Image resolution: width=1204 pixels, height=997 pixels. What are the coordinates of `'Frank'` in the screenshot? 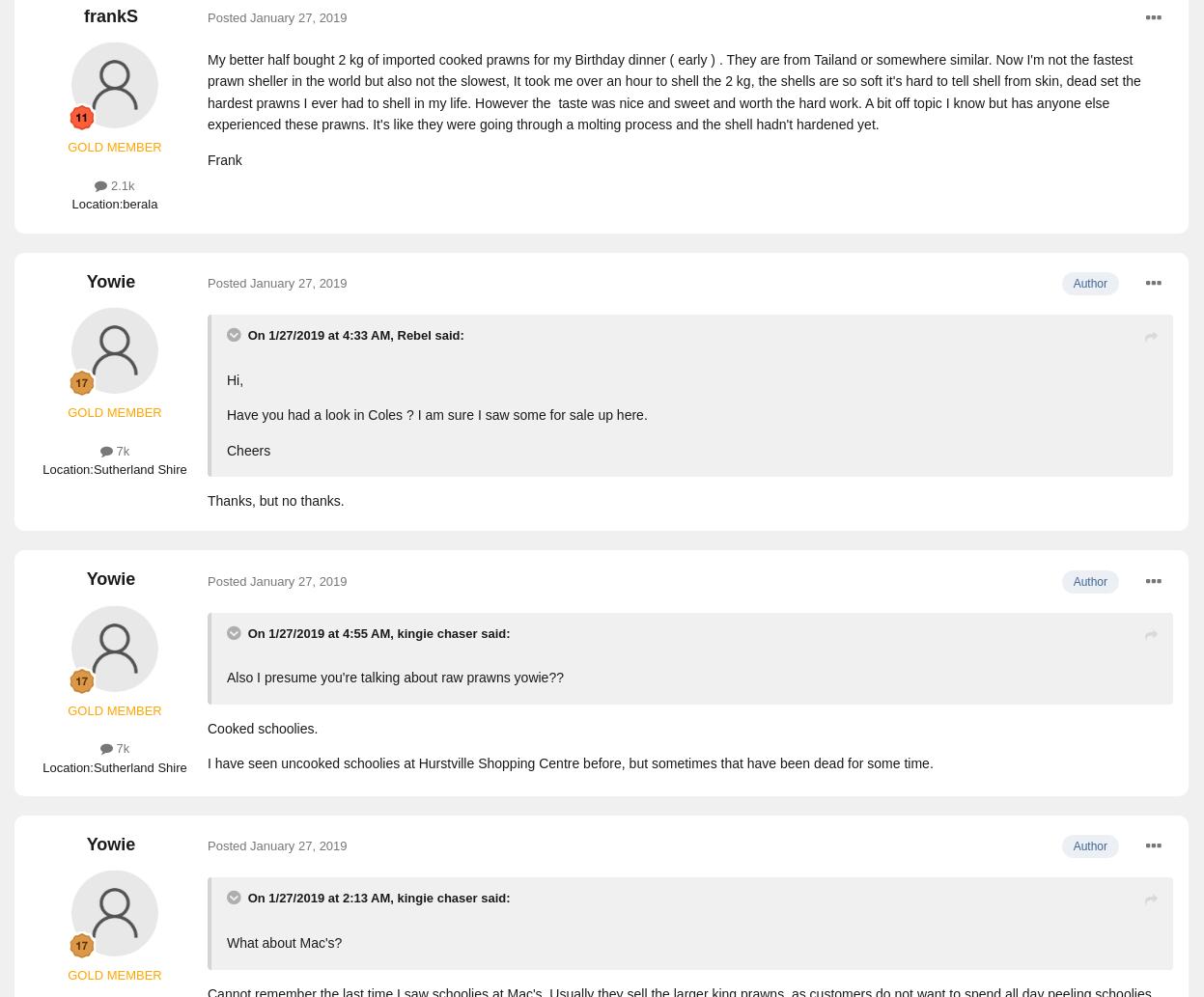 It's located at (224, 158).